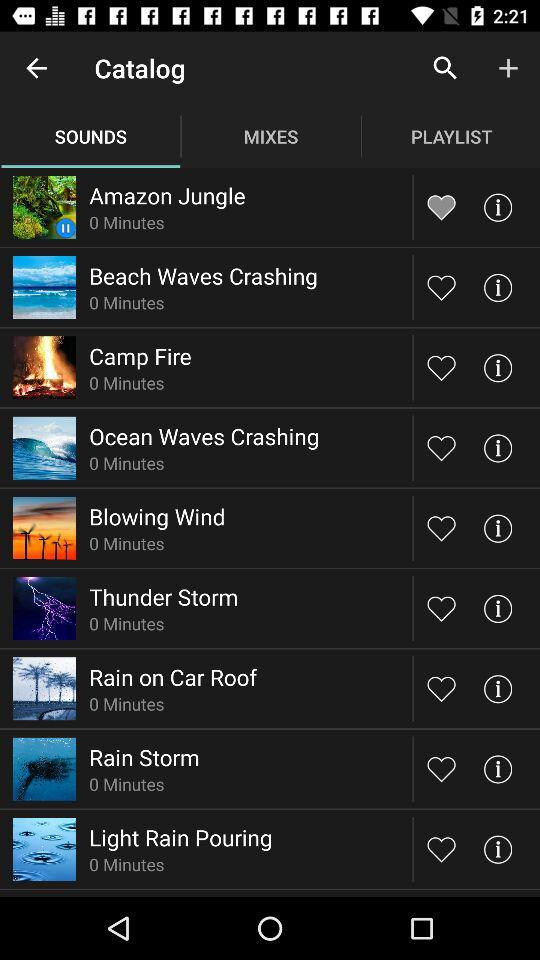 The image size is (540, 960). What do you see at coordinates (496, 207) in the screenshot?
I see `more information` at bounding box center [496, 207].